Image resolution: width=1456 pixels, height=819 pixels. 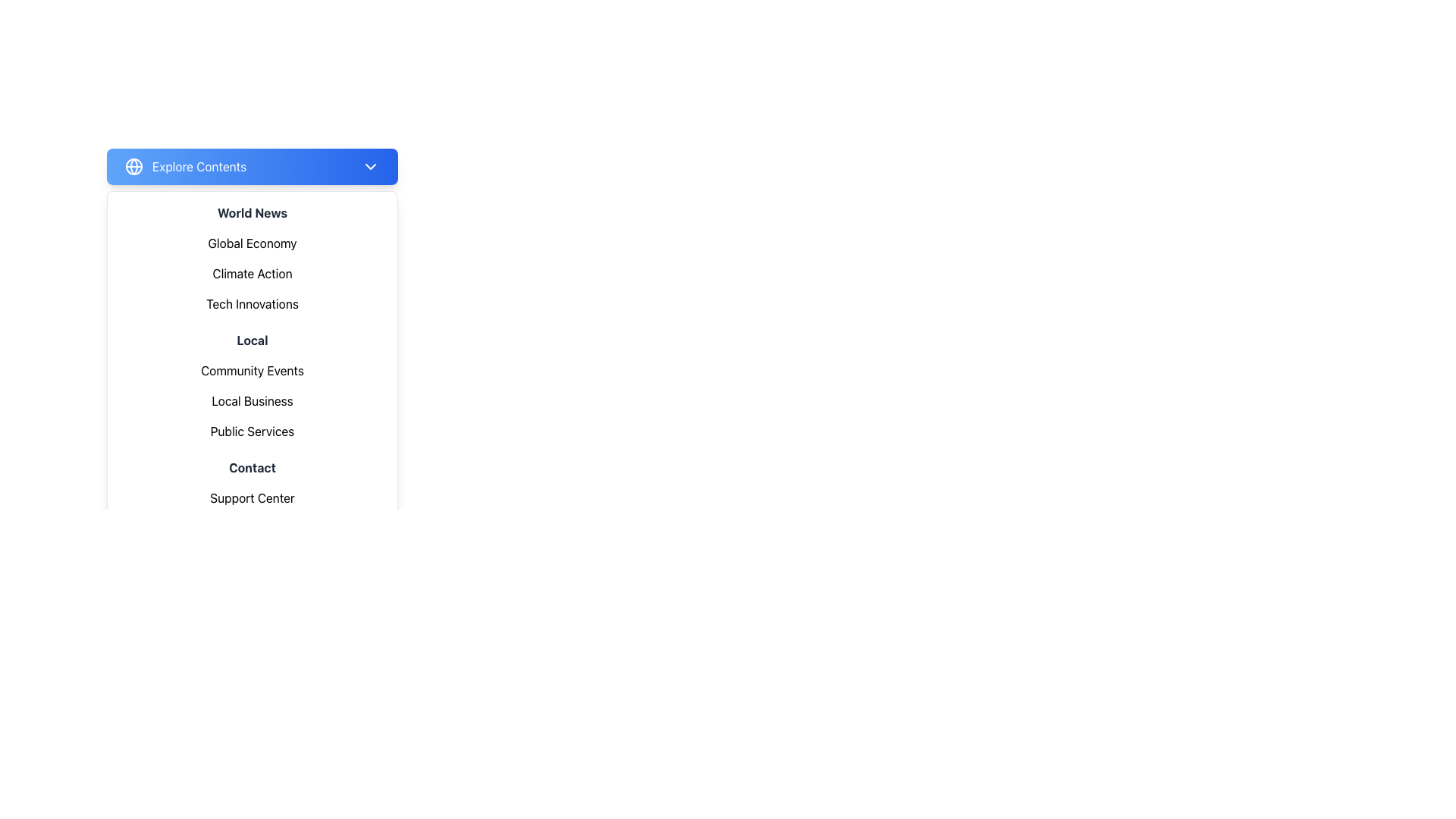 What do you see at coordinates (252, 497) in the screenshot?
I see `the first option in the 'Contact' section of the vertically-stacked menu panel` at bounding box center [252, 497].